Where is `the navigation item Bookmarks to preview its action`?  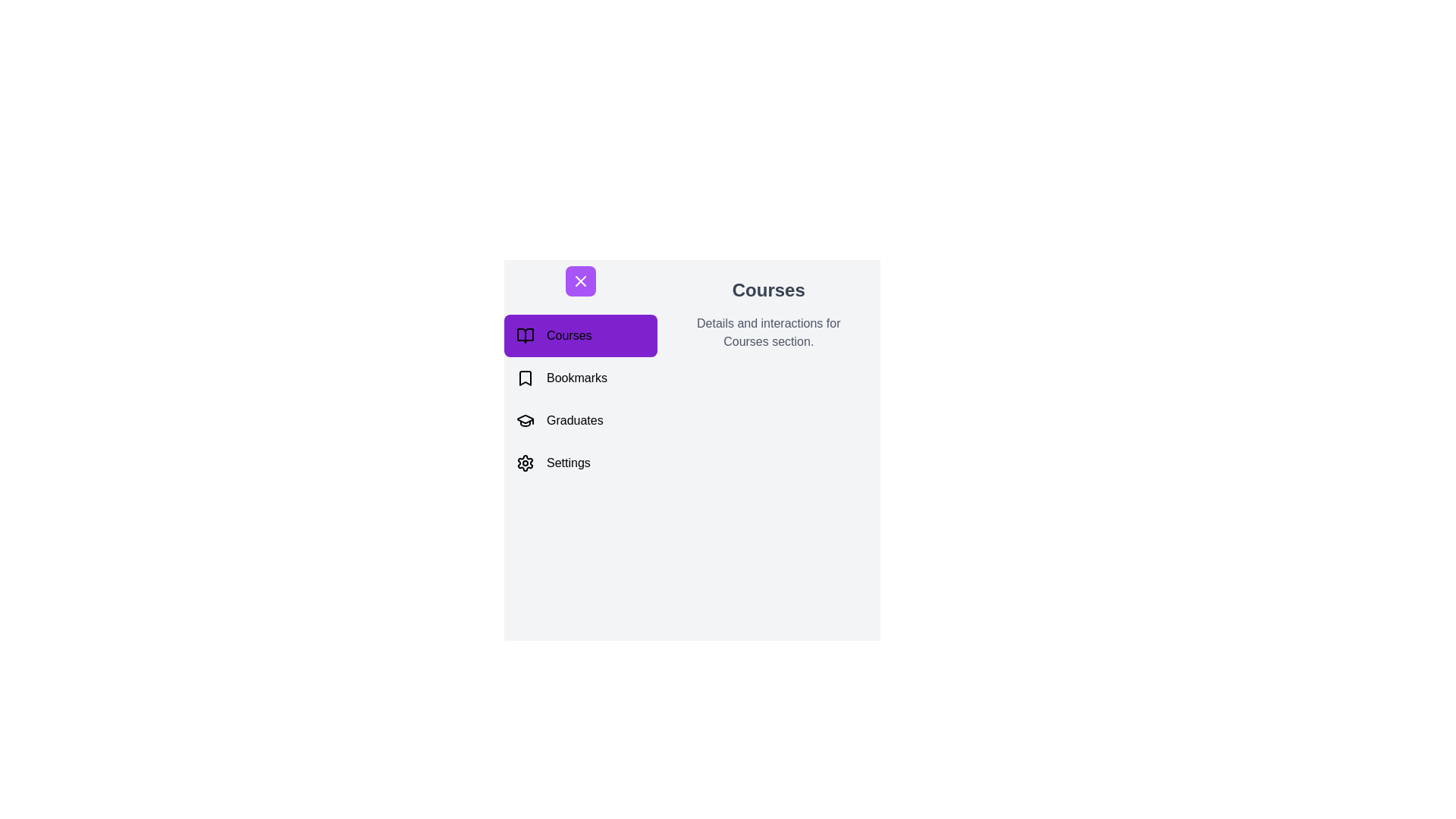
the navigation item Bookmarks to preview its action is located at coordinates (579, 377).